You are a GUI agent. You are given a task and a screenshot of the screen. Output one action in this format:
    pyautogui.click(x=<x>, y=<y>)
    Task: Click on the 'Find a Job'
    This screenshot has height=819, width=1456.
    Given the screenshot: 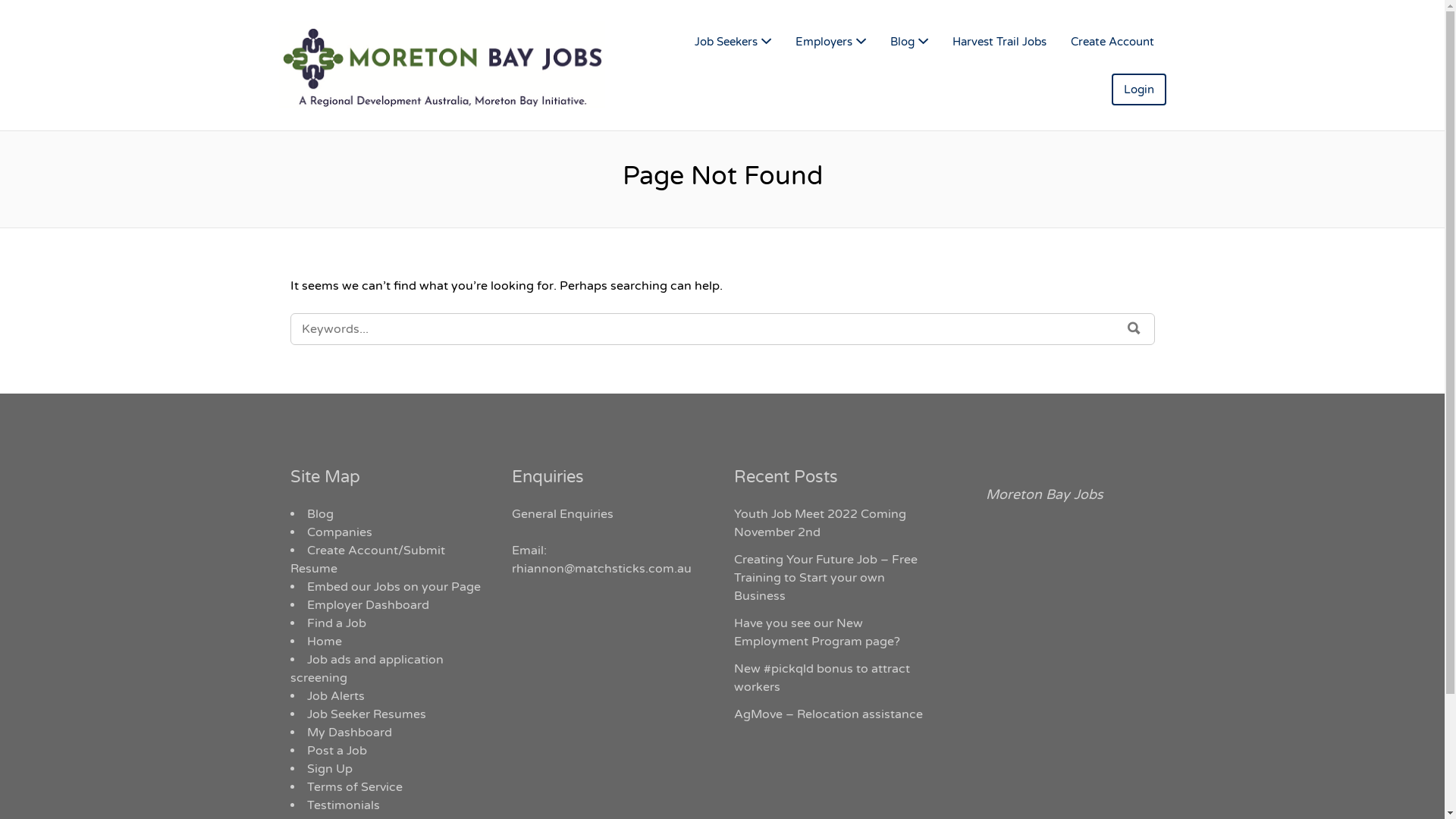 What is the action you would take?
    pyautogui.click(x=334, y=623)
    